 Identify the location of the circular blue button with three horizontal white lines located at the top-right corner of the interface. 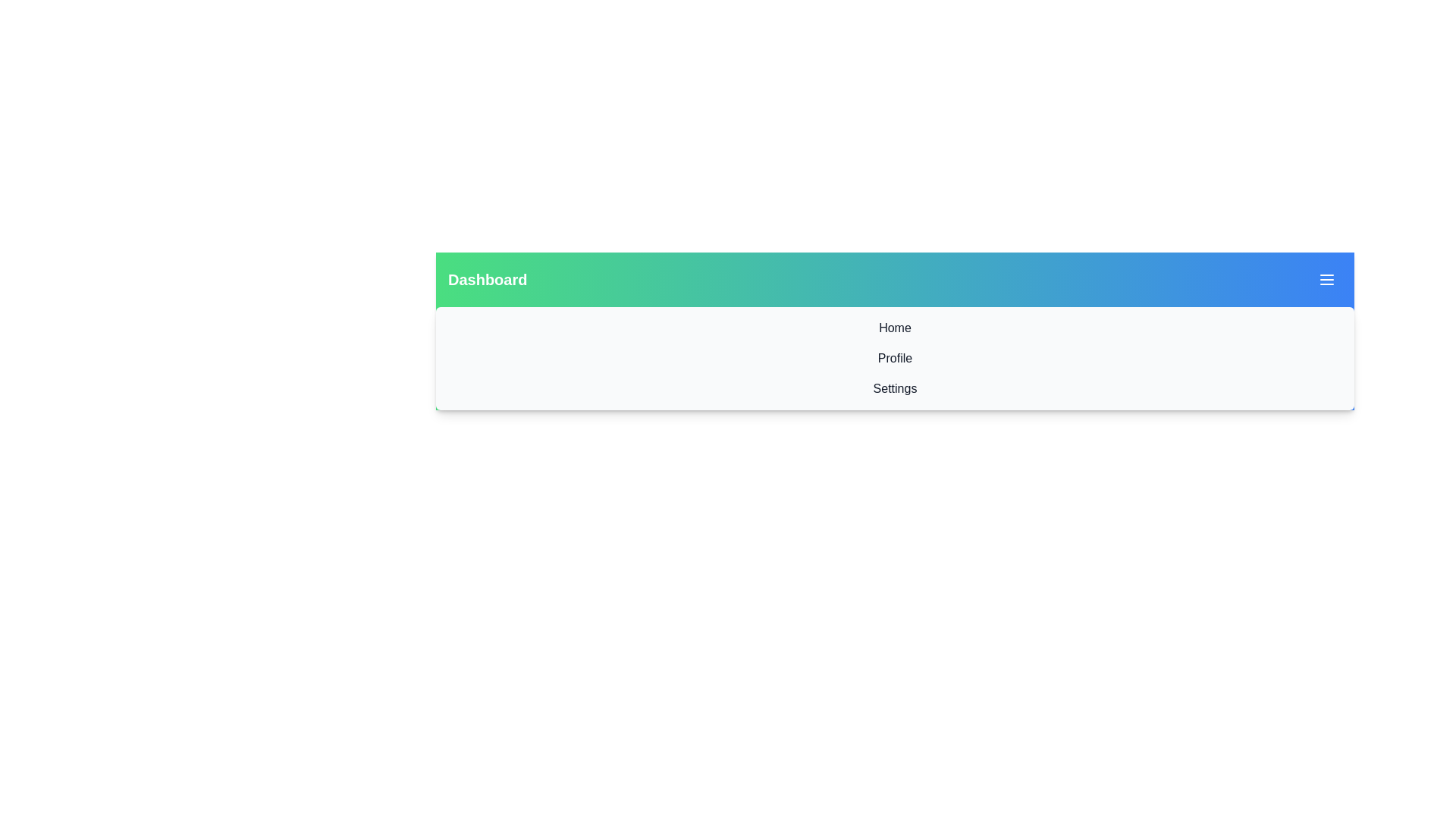
(1326, 280).